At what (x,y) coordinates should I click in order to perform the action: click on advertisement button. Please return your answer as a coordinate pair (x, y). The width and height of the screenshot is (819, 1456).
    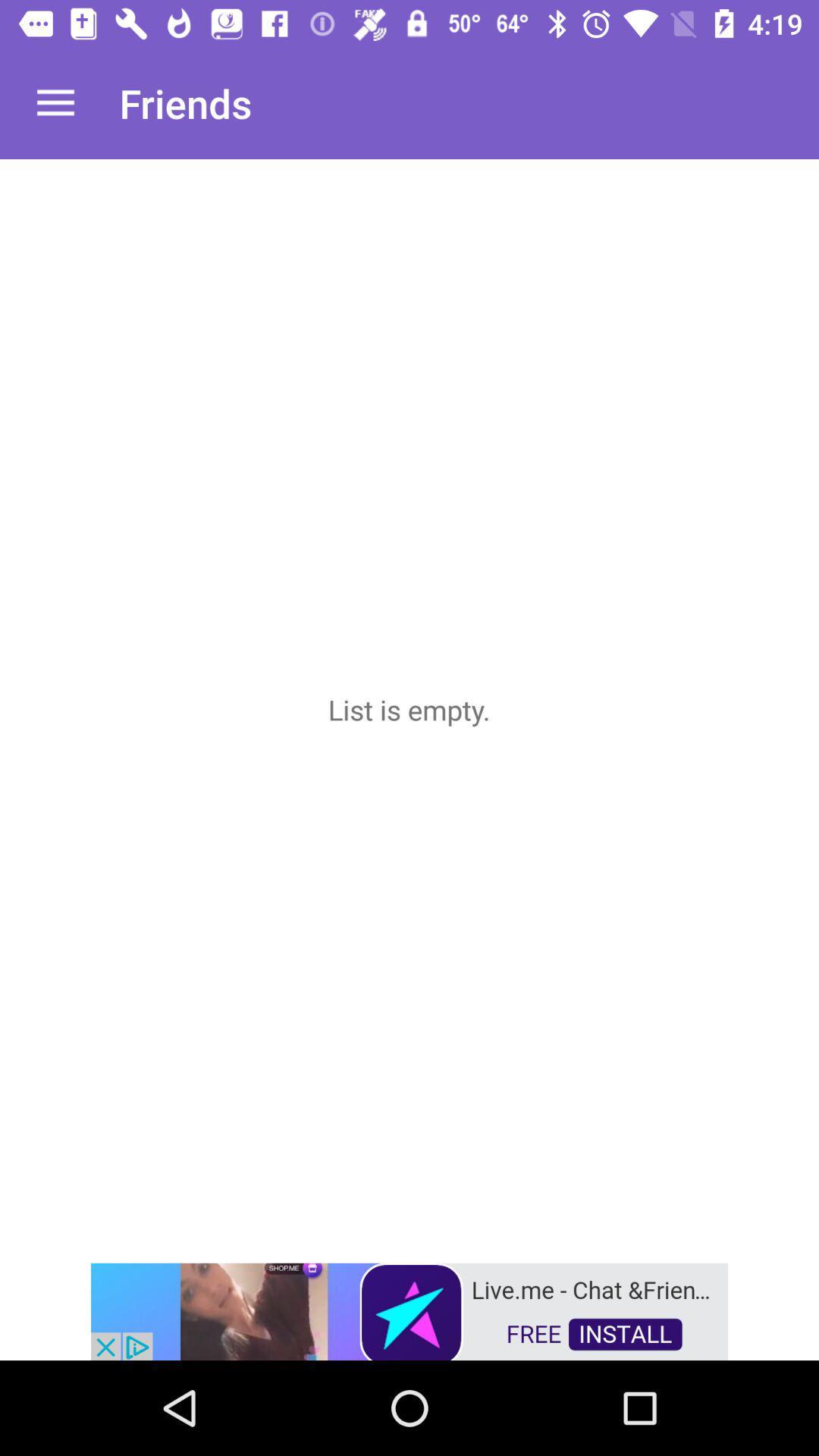
    Looking at the image, I should click on (409, 1310).